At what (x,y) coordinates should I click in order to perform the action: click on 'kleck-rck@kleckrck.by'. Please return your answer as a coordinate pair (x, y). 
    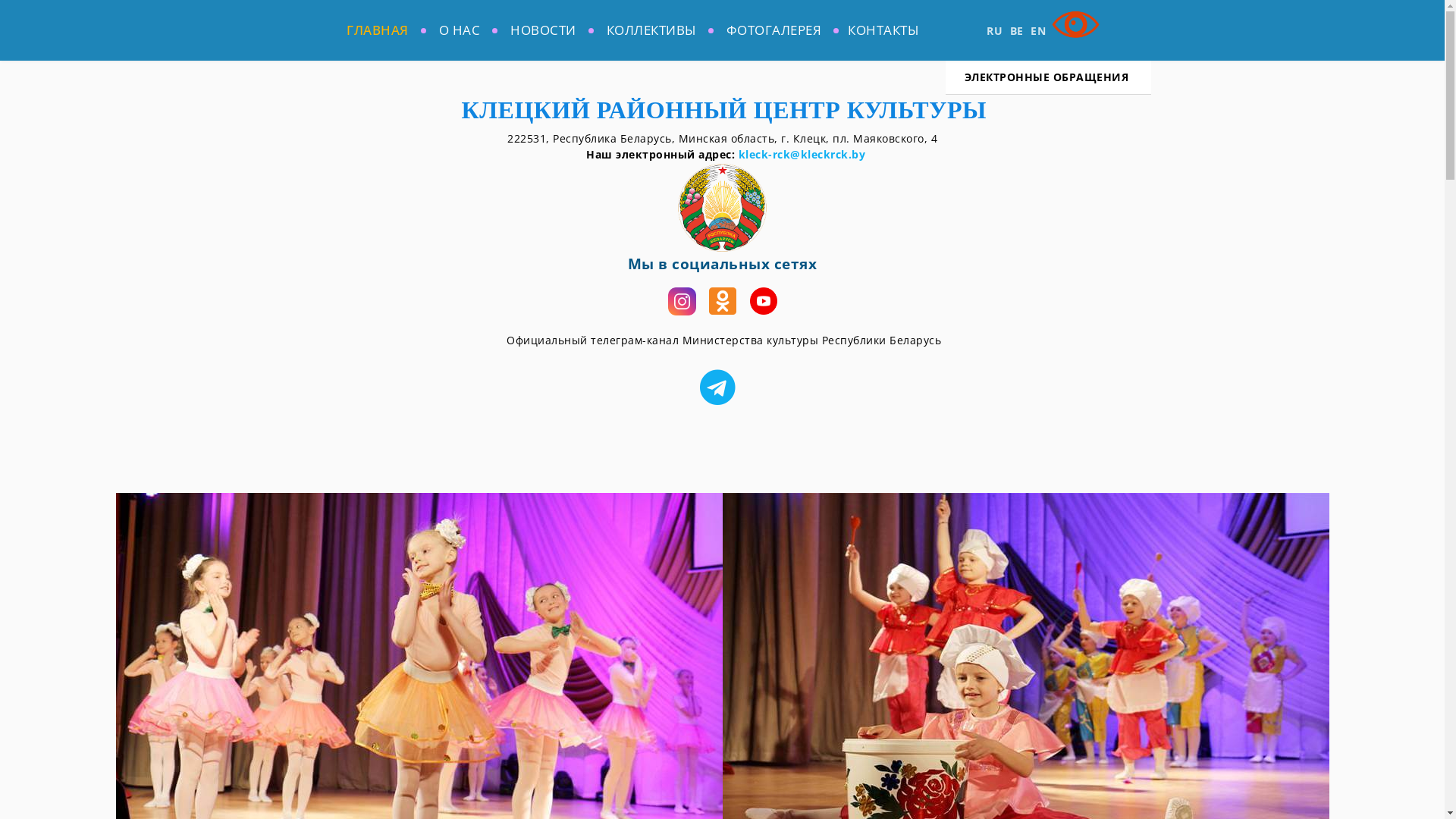
    Looking at the image, I should click on (801, 154).